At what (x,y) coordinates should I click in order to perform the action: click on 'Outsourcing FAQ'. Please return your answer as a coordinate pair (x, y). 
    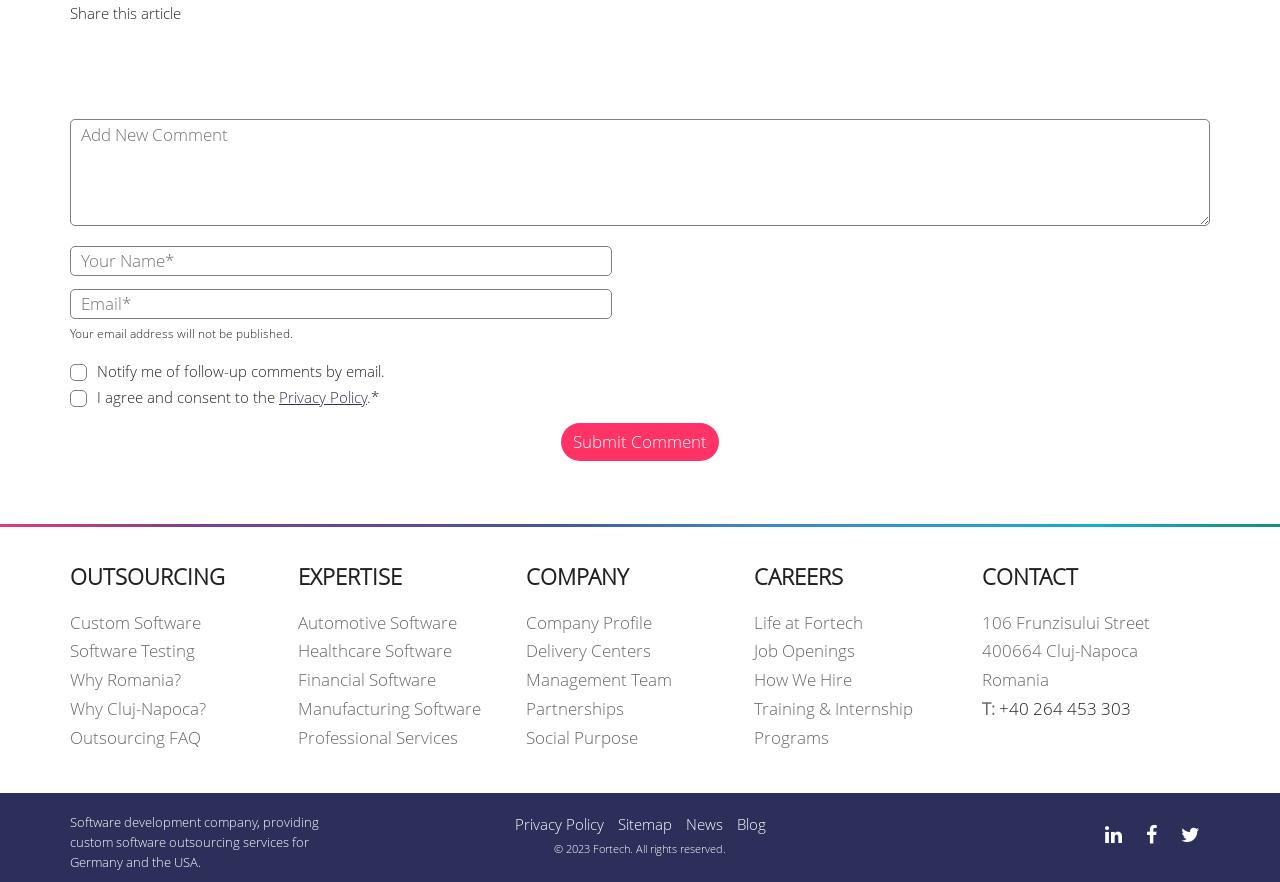
    Looking at the image, I should click on (70, 736).